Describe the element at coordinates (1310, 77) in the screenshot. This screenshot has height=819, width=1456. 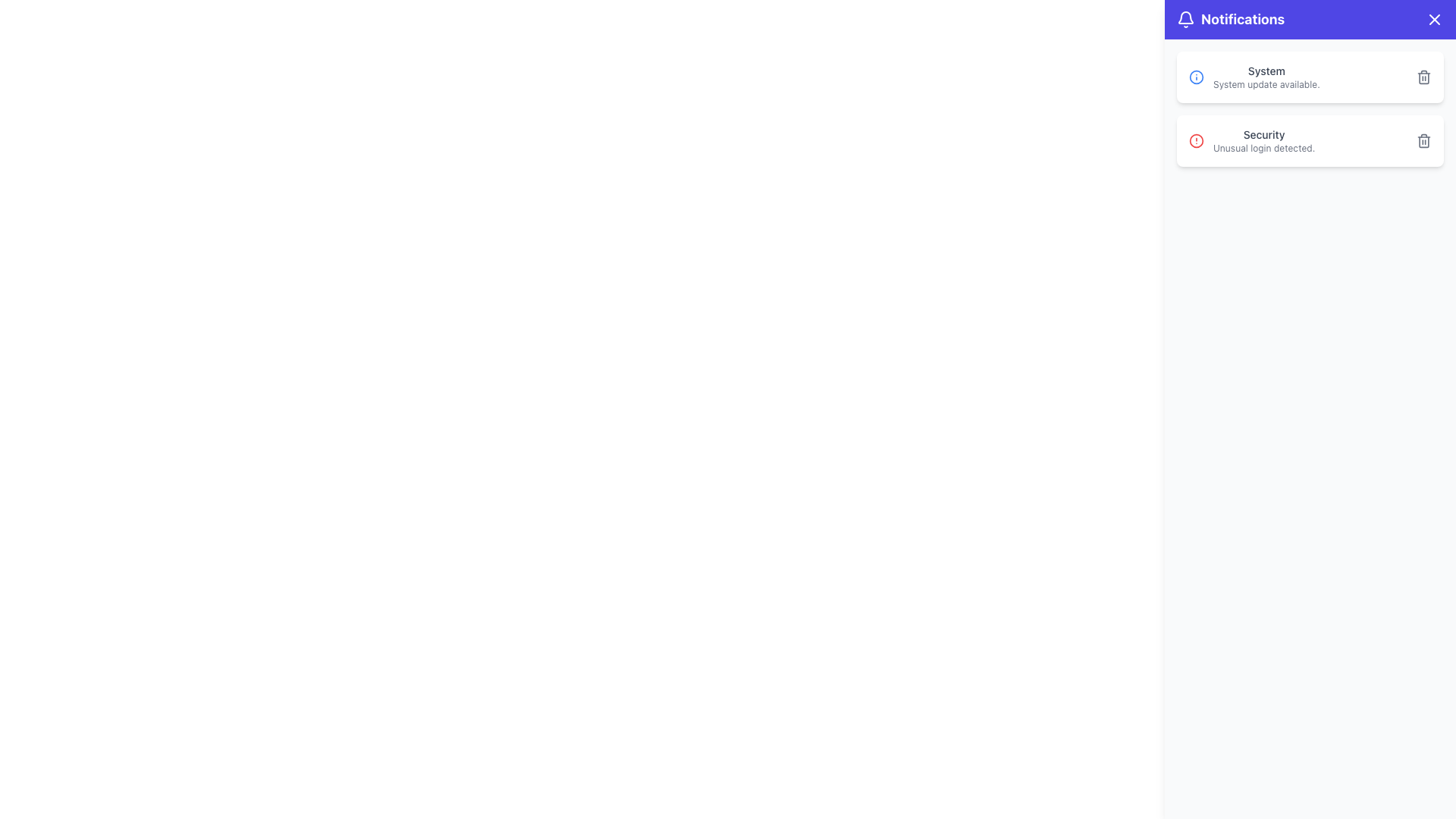
I see `the first notification card labeled 'System' in the list` at that location.